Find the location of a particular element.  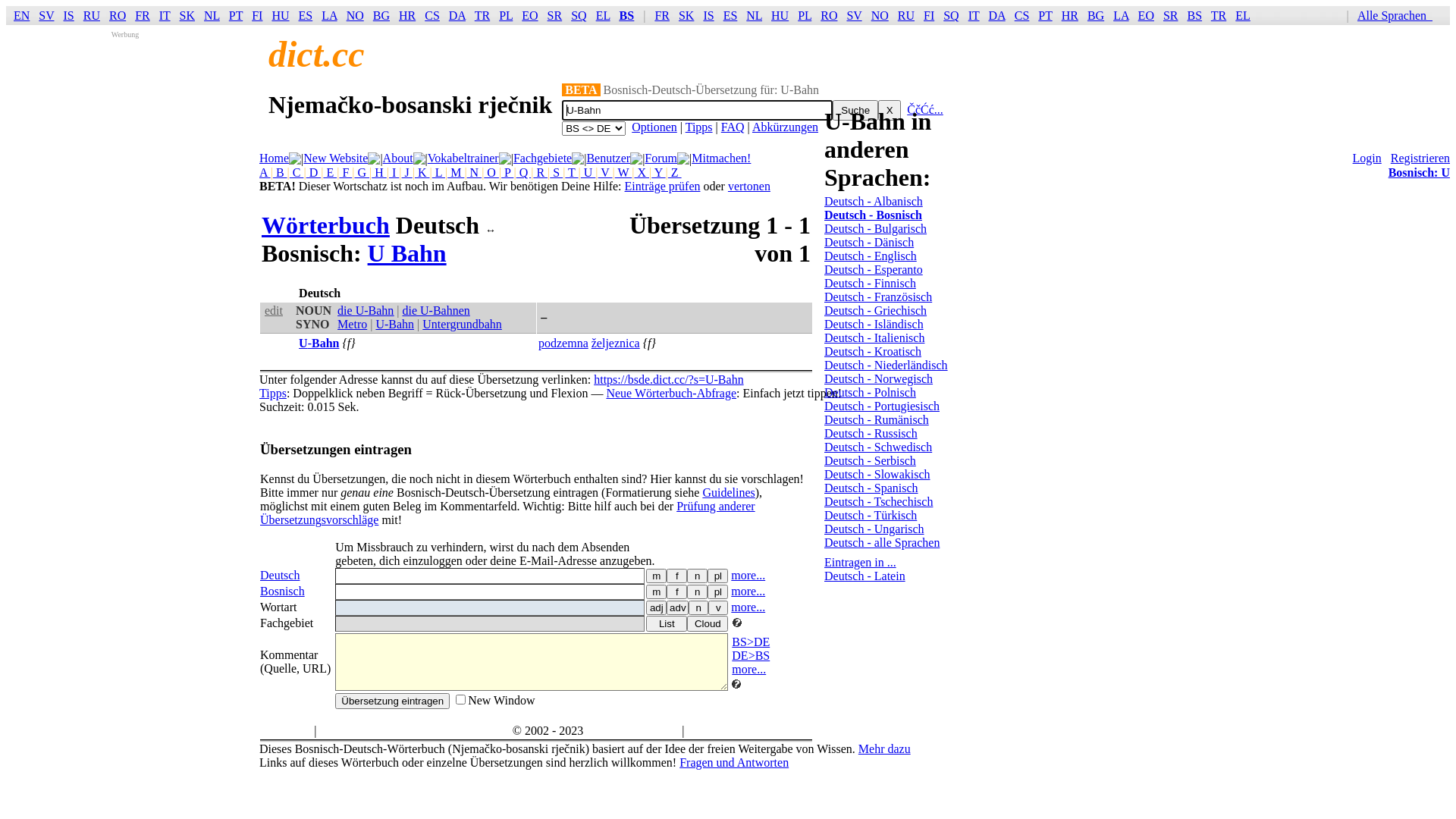

'Deutsch - Italienisch' is located at coordinates (874, 337).